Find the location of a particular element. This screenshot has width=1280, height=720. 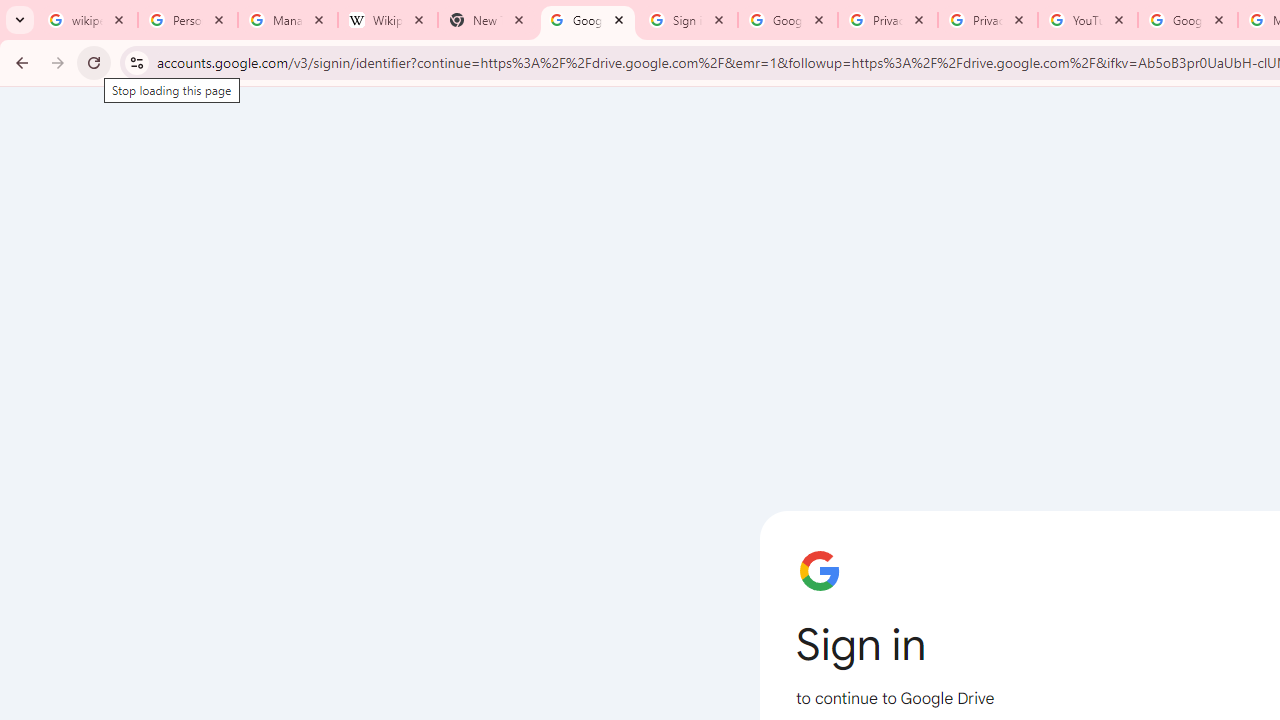

'Manage your Location History - Google Search Help' is located at coordinates (287, 20).